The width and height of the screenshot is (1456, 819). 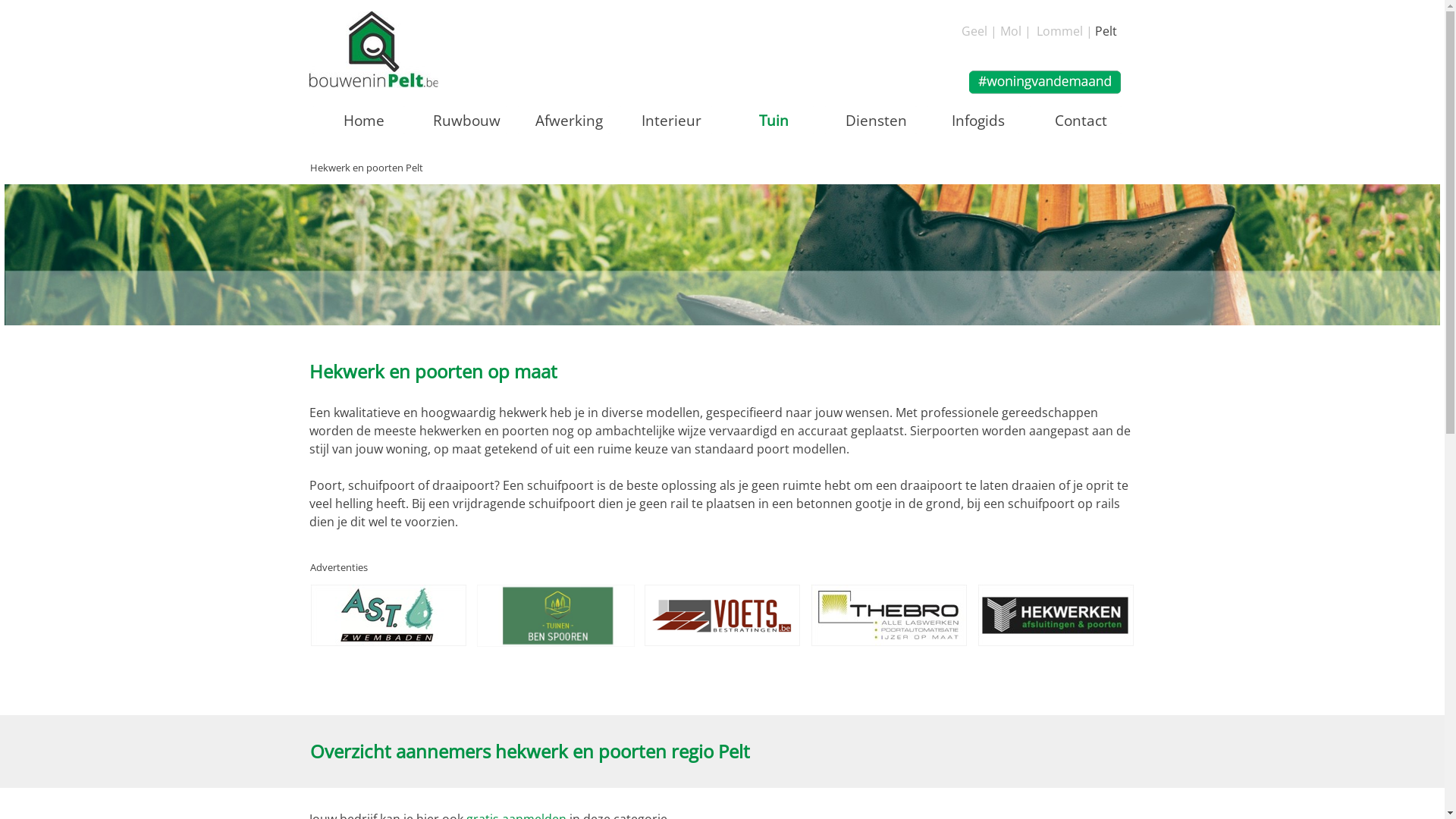 I want to click on 'Mol |', so click(x=1015, y=31).